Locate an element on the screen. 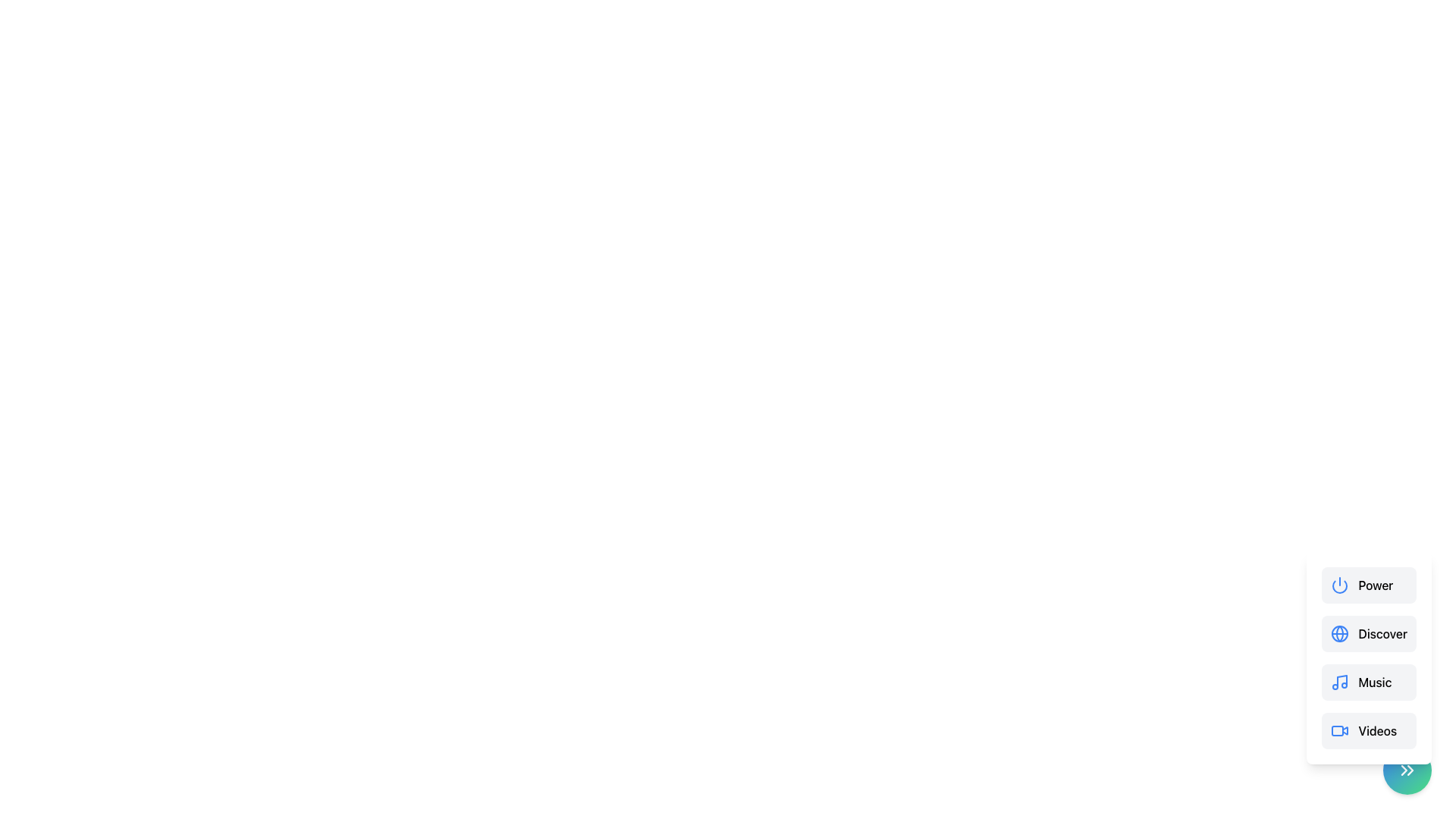 Image resolution: width=1456 pixels, height=819 pixels. the power button located at the right edge of the interface, above the buttons labeled 'Discover', 'Music', and 'Videos' is located at coordinates (1369, 584).